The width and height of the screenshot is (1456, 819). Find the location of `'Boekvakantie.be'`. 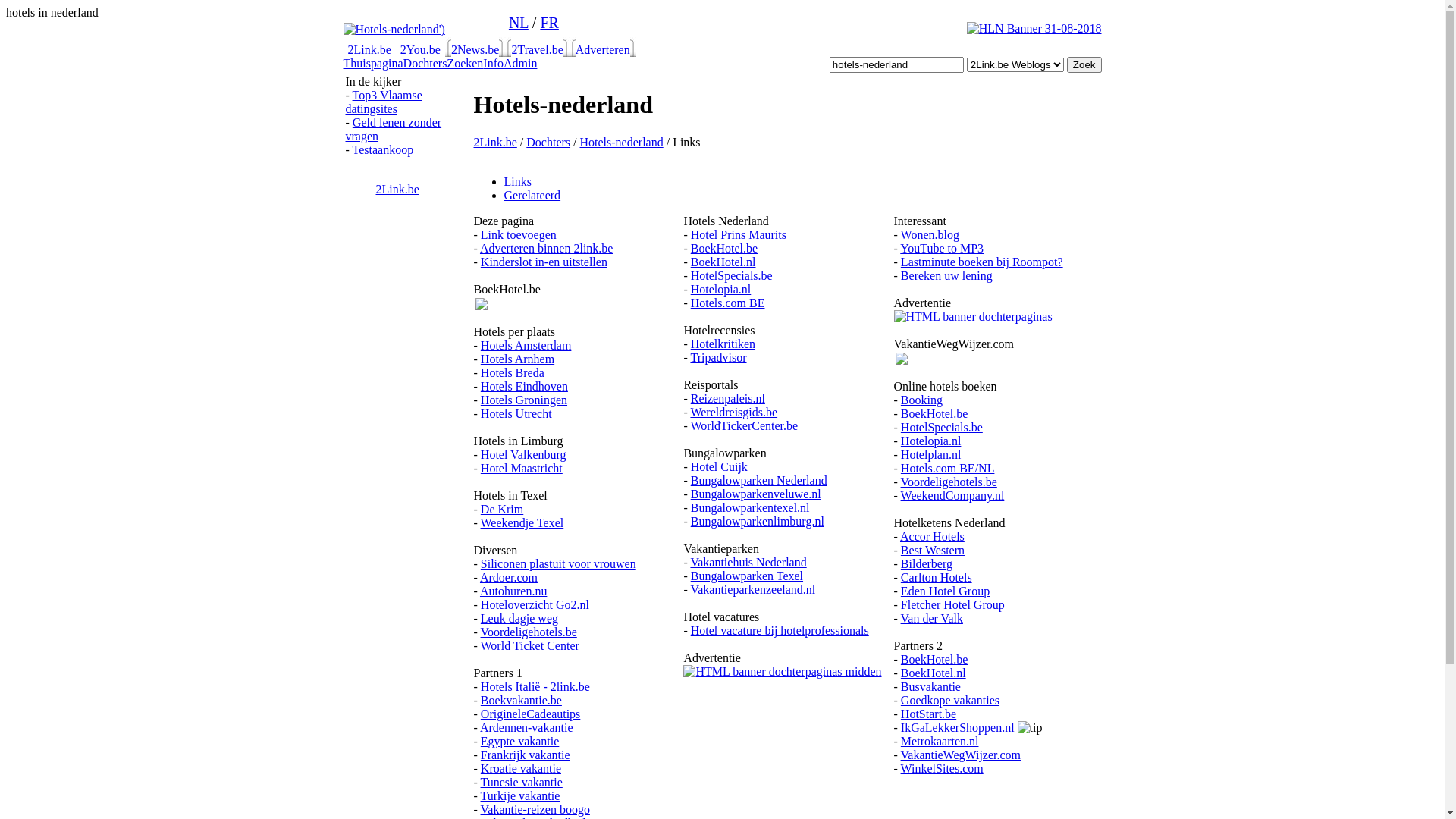

'Boekvakantie.be' is located at coordinates (479, 700).